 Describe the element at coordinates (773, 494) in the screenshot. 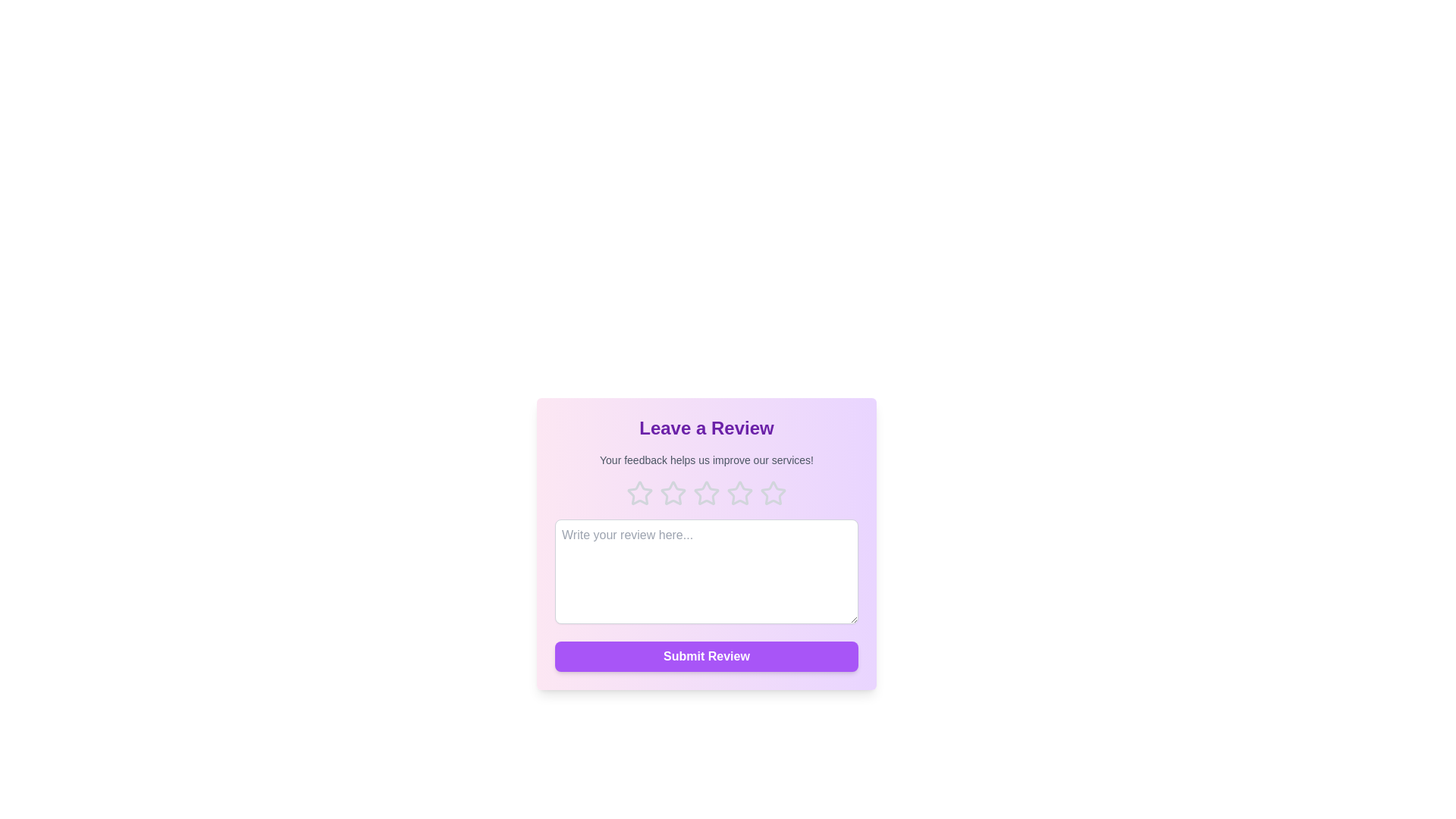

I see `the 5 star to highlight it` at that location.